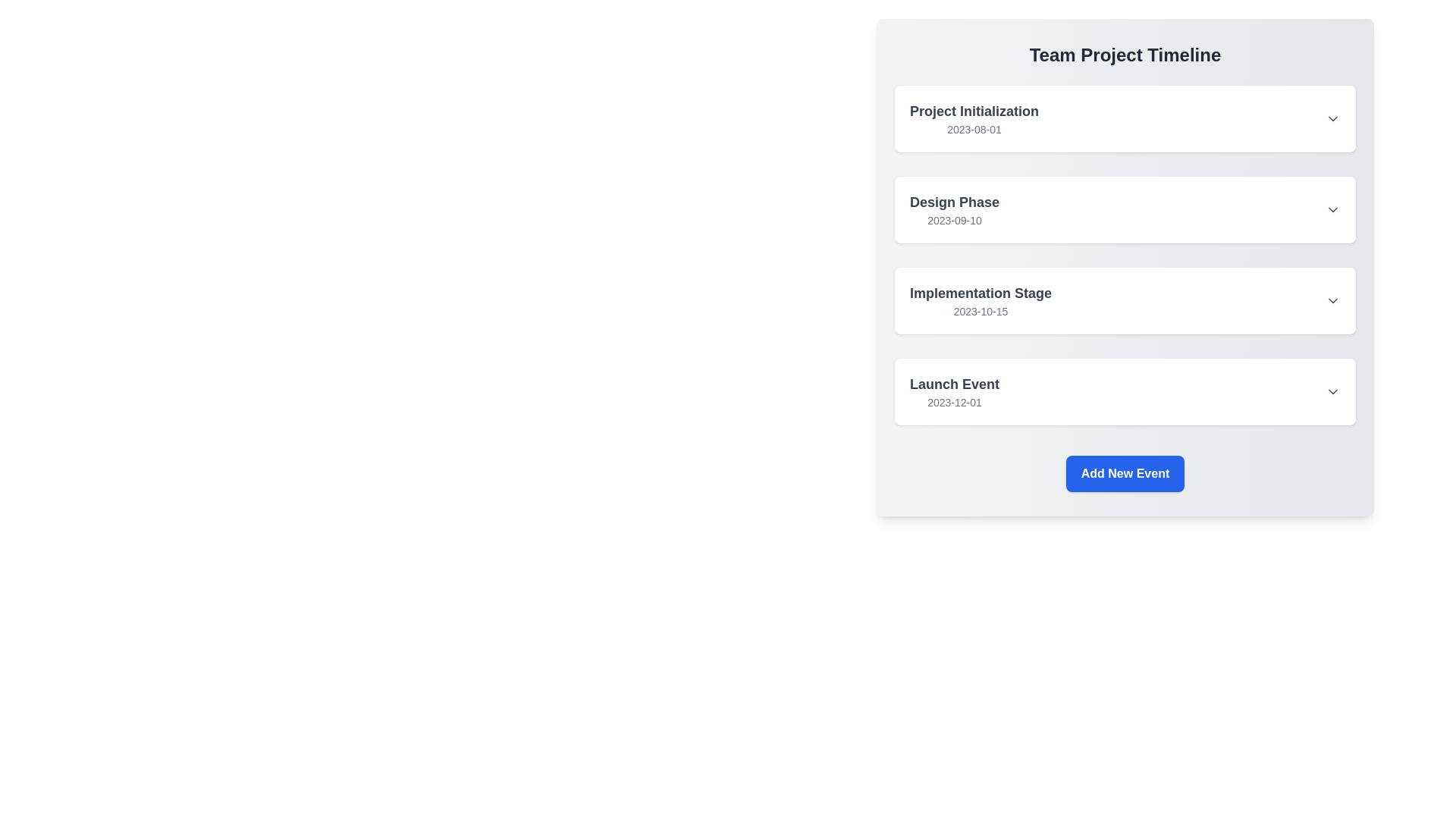  What do you see at coordinates (981, 311) in the screenshot?
I see `the date label '2023-10-15' located below the heading 'Implementation Stage', which is centered in its section` at bounding box center [981, 311].